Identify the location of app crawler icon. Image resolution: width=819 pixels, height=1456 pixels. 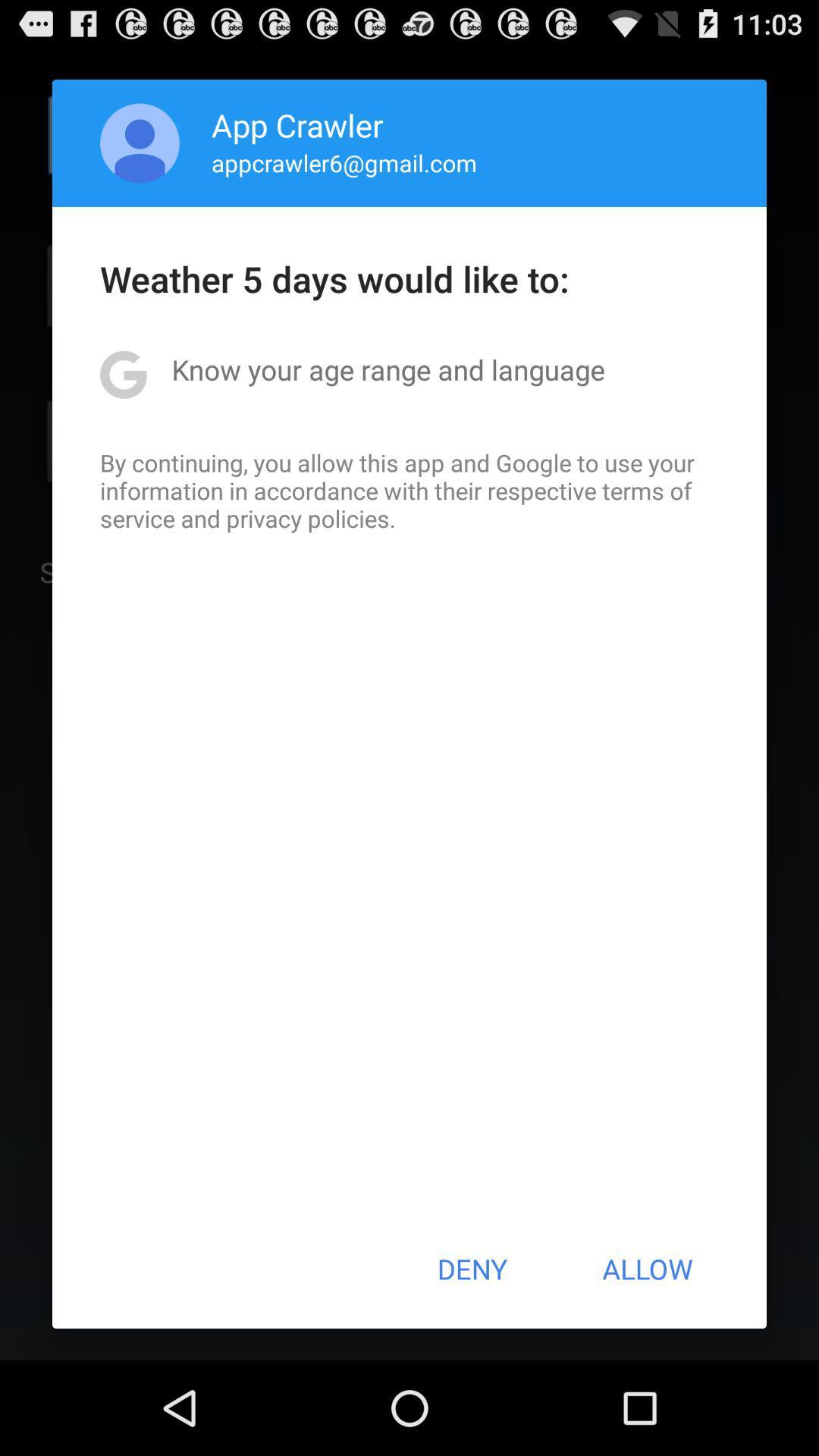
(297, 124).